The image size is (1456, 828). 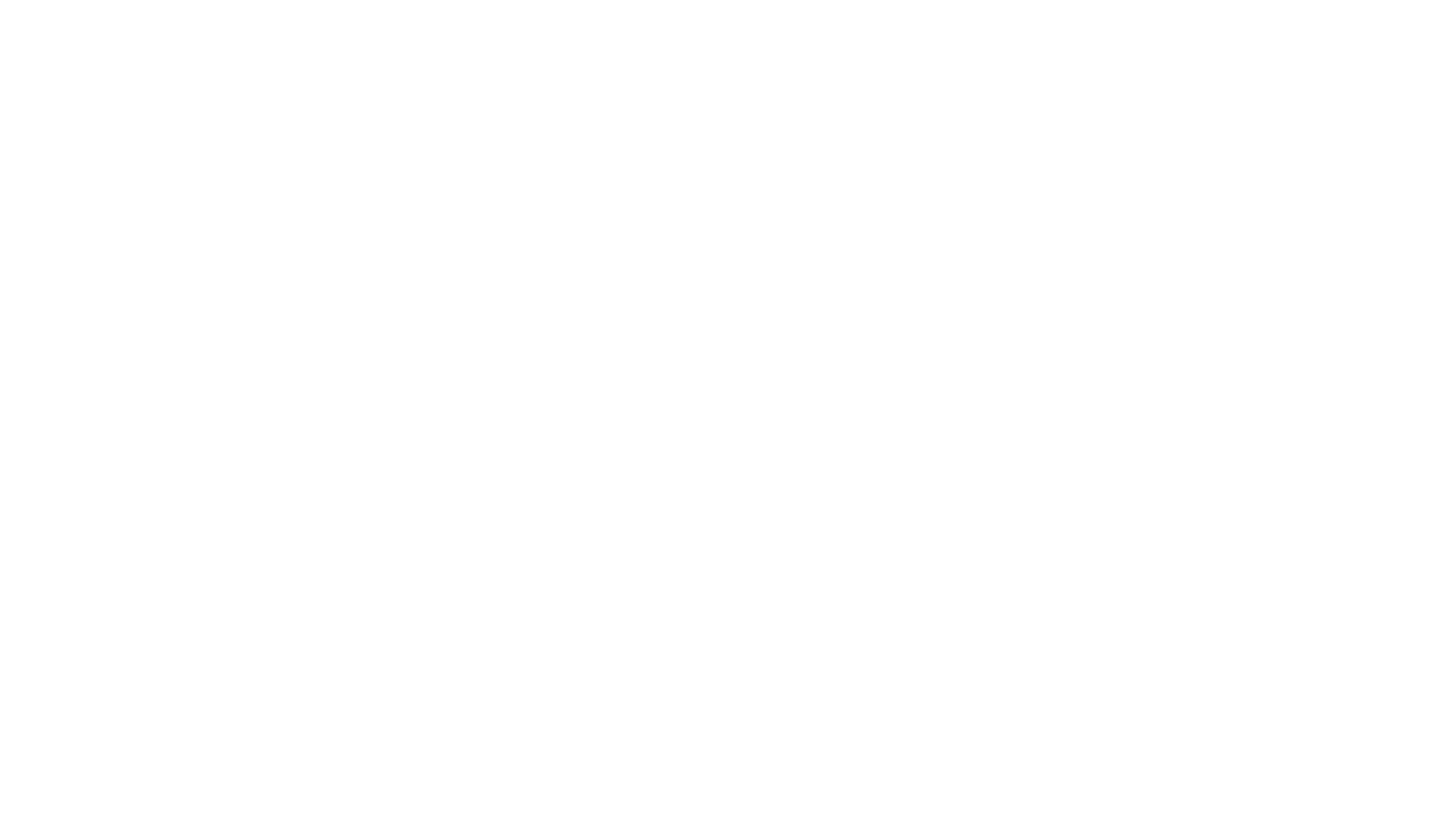 What do you see at coordinates (933, 646) in the screenshot?
I see `'0'` at bounding box center [933, 646].